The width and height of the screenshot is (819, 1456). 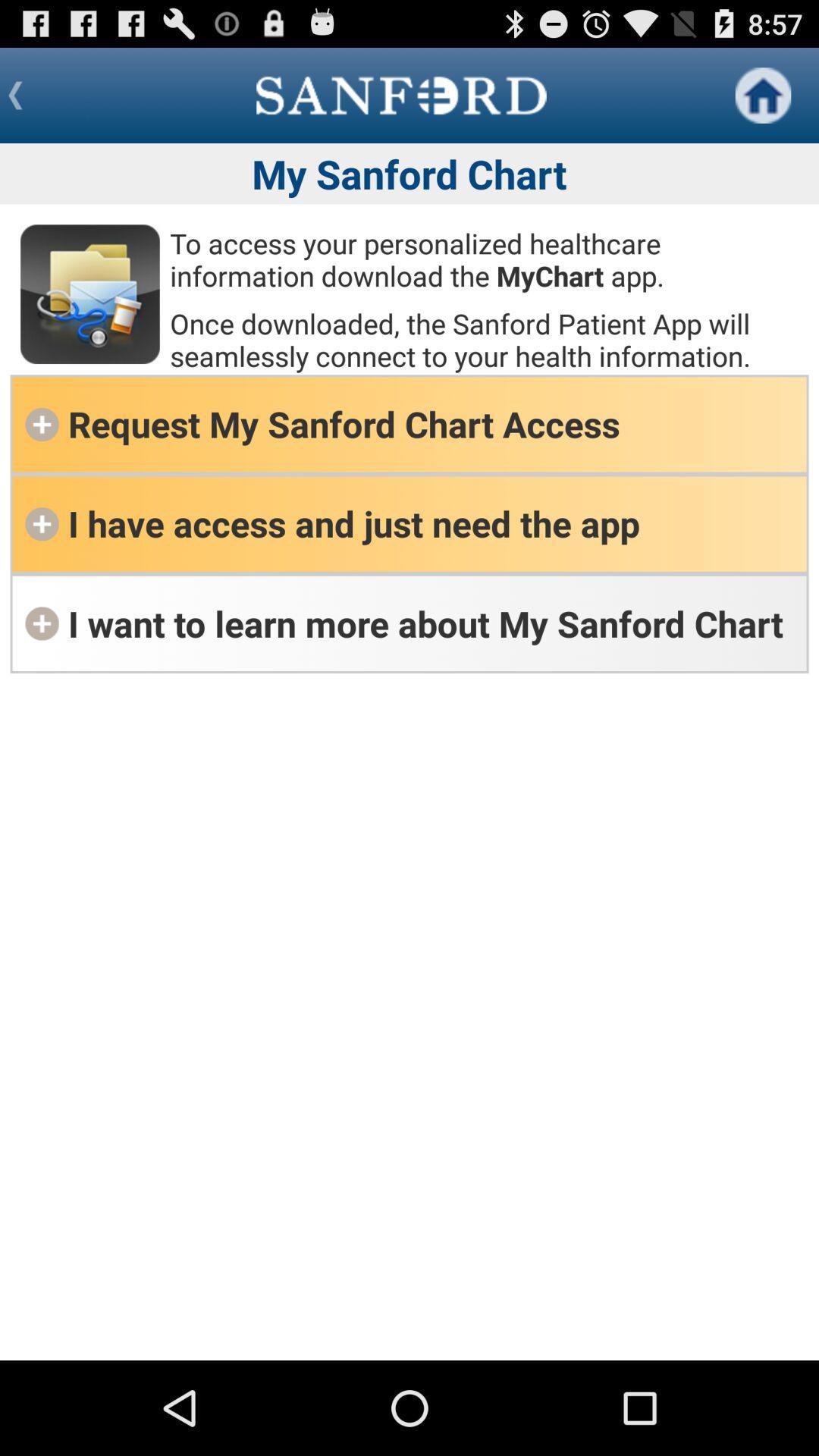 What do you see at coordinates (763, 94) in the screenshot?
I see `the home icon button` at bounding box center [763, 94].